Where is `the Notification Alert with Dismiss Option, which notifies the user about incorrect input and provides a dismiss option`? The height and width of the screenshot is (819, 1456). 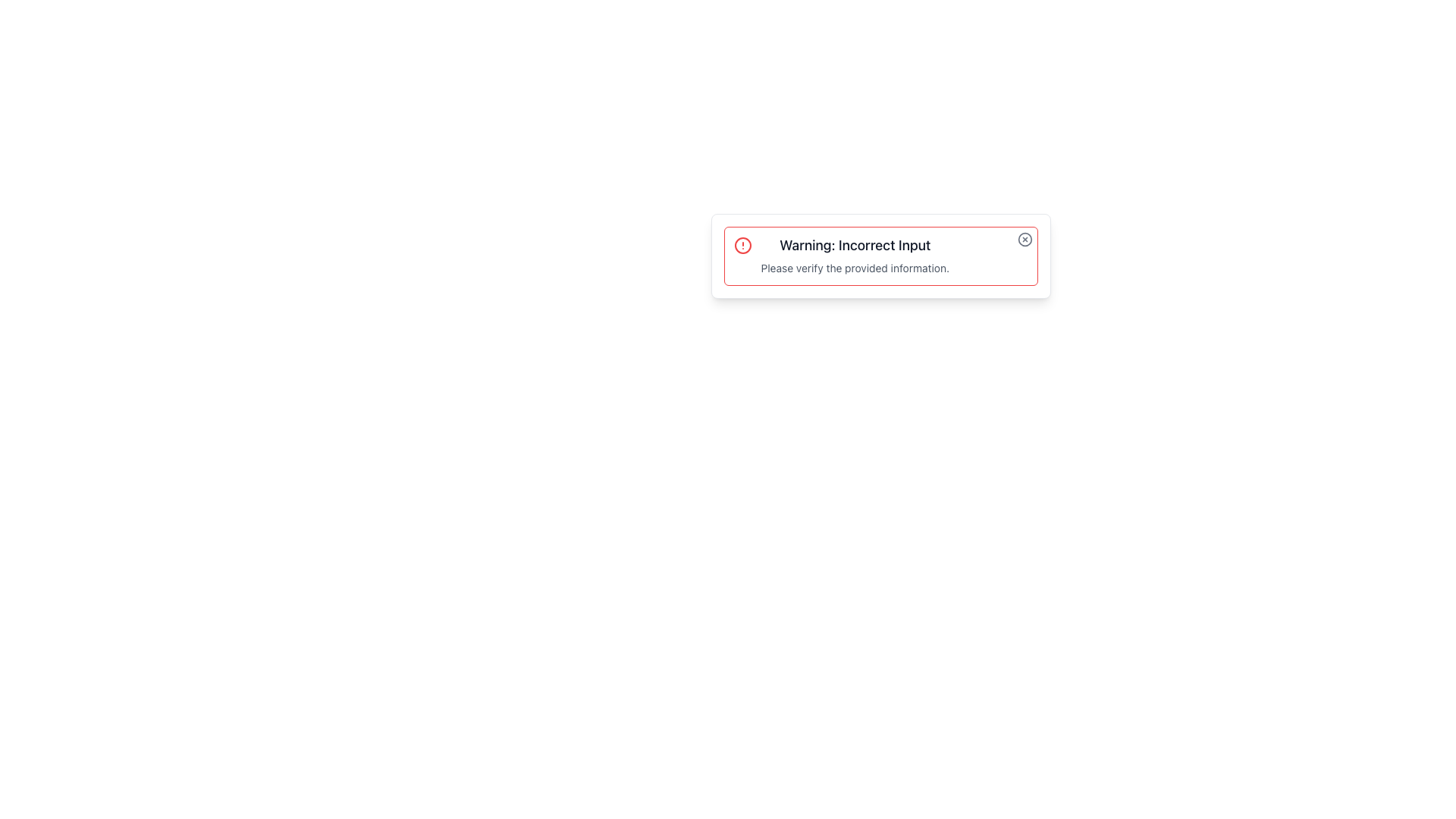
the Notification Alert with Dismiss Option, which notifies the user about incorrect input and provides a dismiss option is located at coordinates (880, 256).